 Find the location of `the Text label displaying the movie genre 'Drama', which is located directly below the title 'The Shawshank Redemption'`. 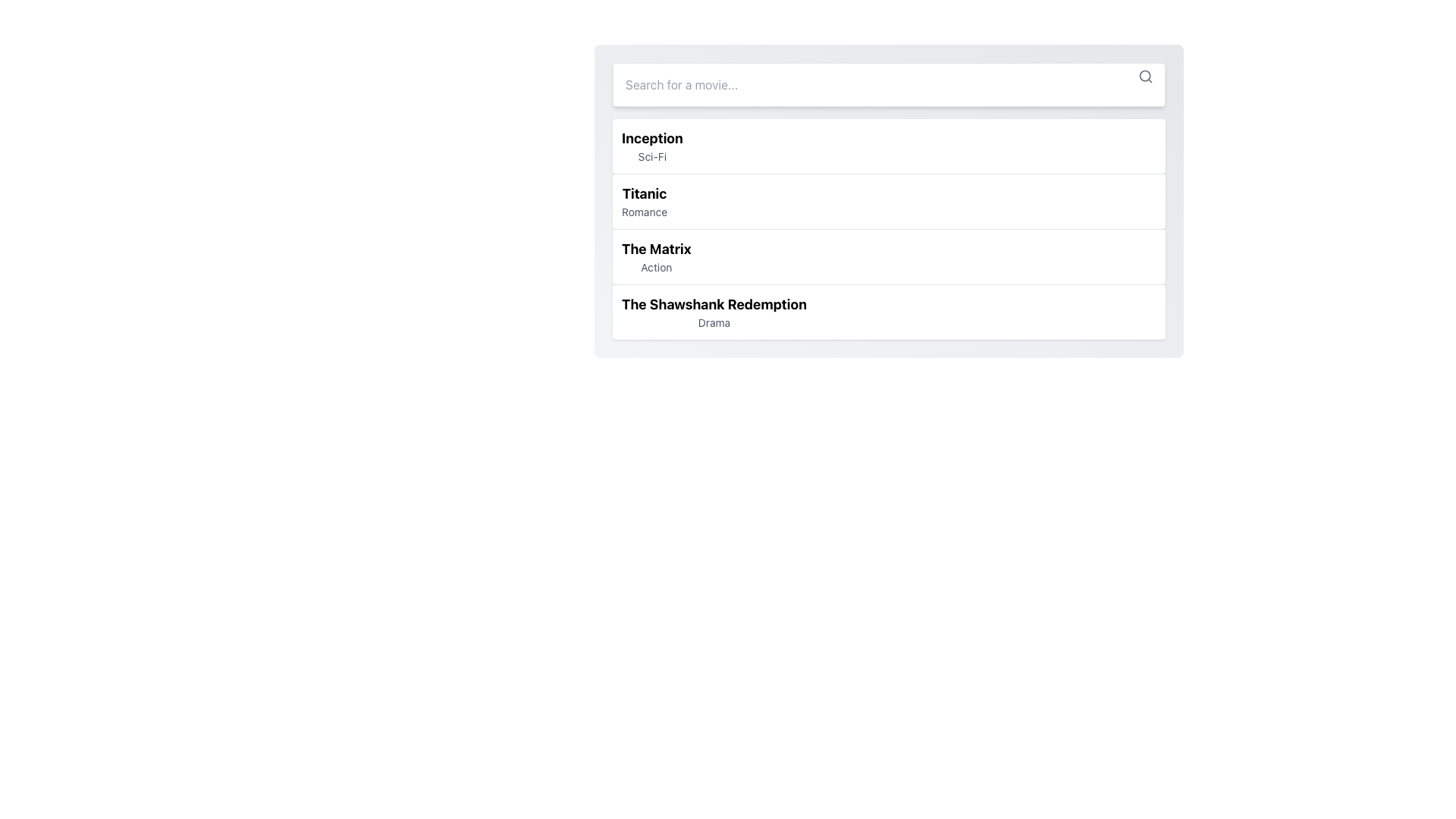

the Text label displaying the movie genre 'Drama', which is located directly below the title 'The Shawshank Redemption' is located at coordinates (713, 322).